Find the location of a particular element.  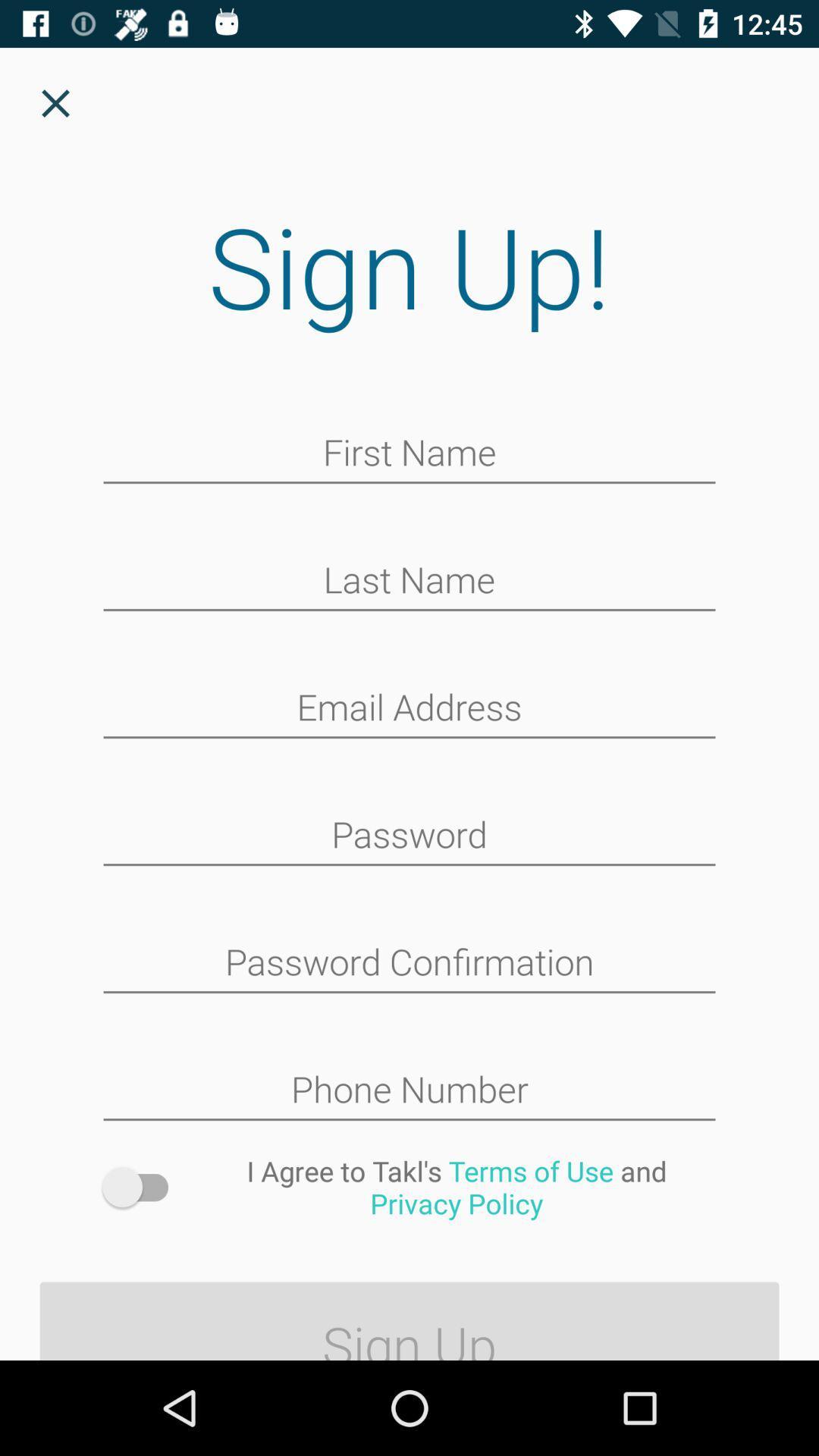

e-mail adress is located at coordinates (409, 708).